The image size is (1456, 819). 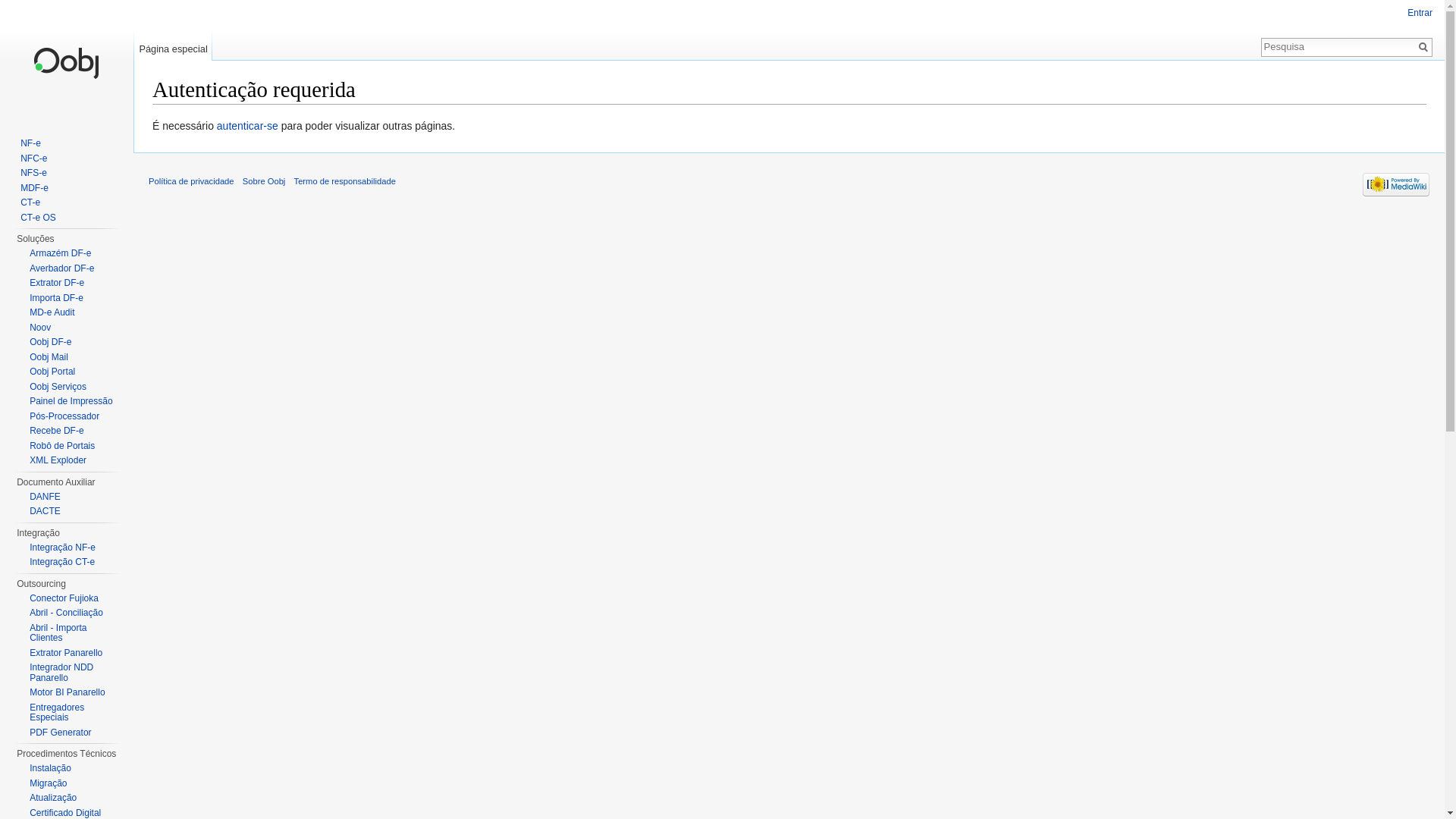 What do you see at coordinates (39, 326) in the screenshot?
I see `'Noov'` at bounding box center [39, 326].